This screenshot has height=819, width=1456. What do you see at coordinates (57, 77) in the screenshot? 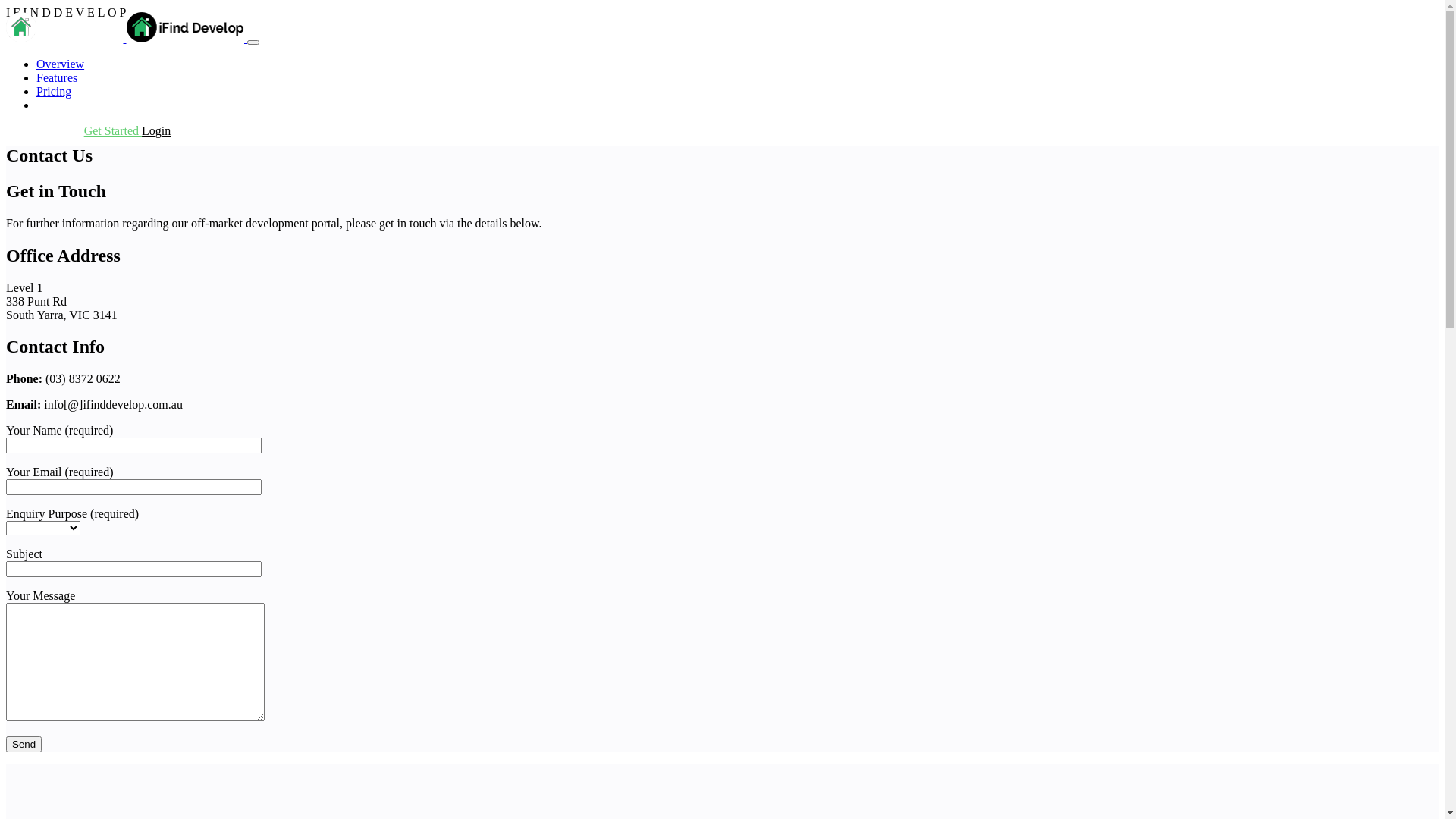
I see `'Features'` at bounding box center [57, 77].